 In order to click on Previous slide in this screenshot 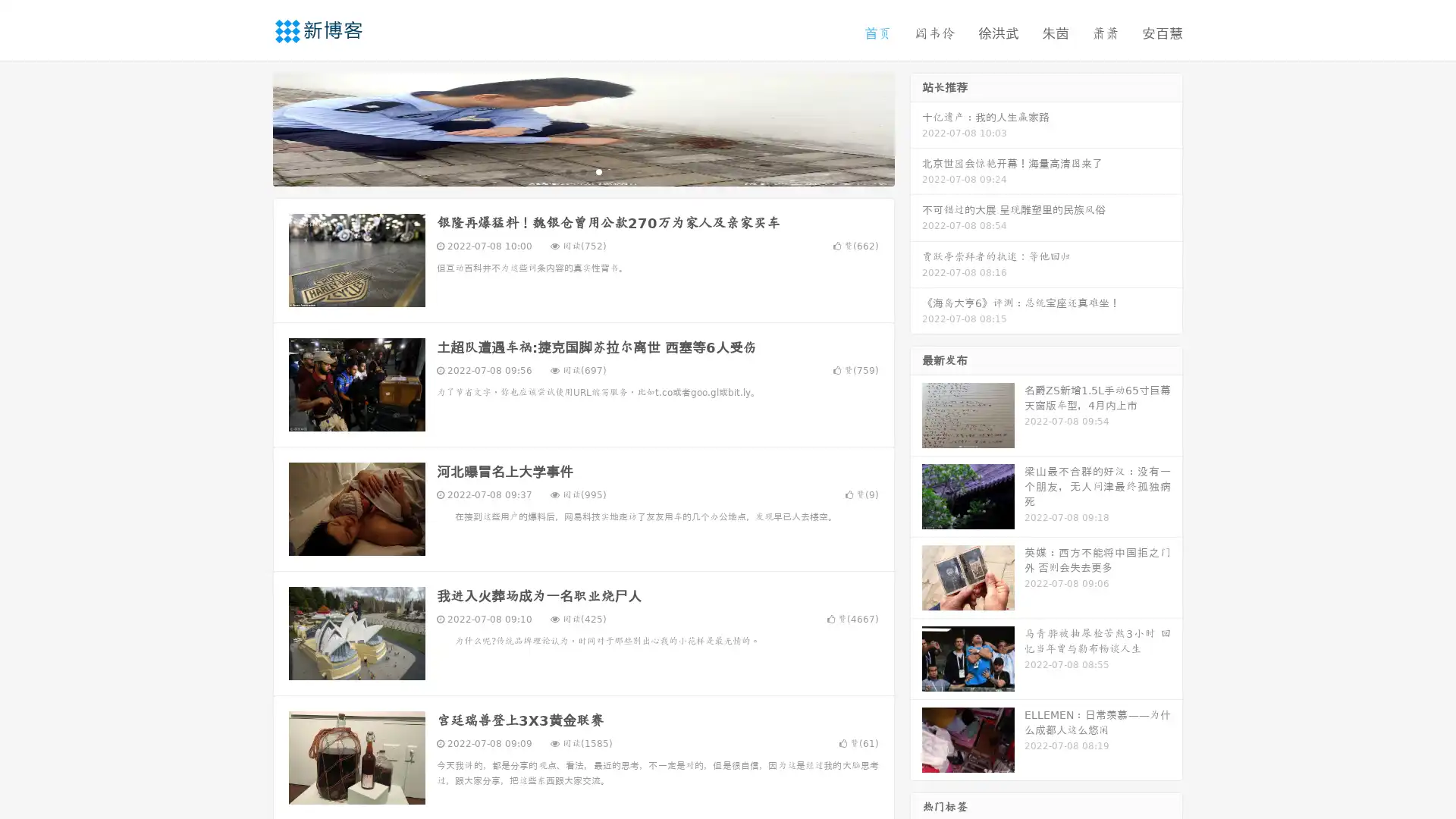, I will do `click(250, 127)`.